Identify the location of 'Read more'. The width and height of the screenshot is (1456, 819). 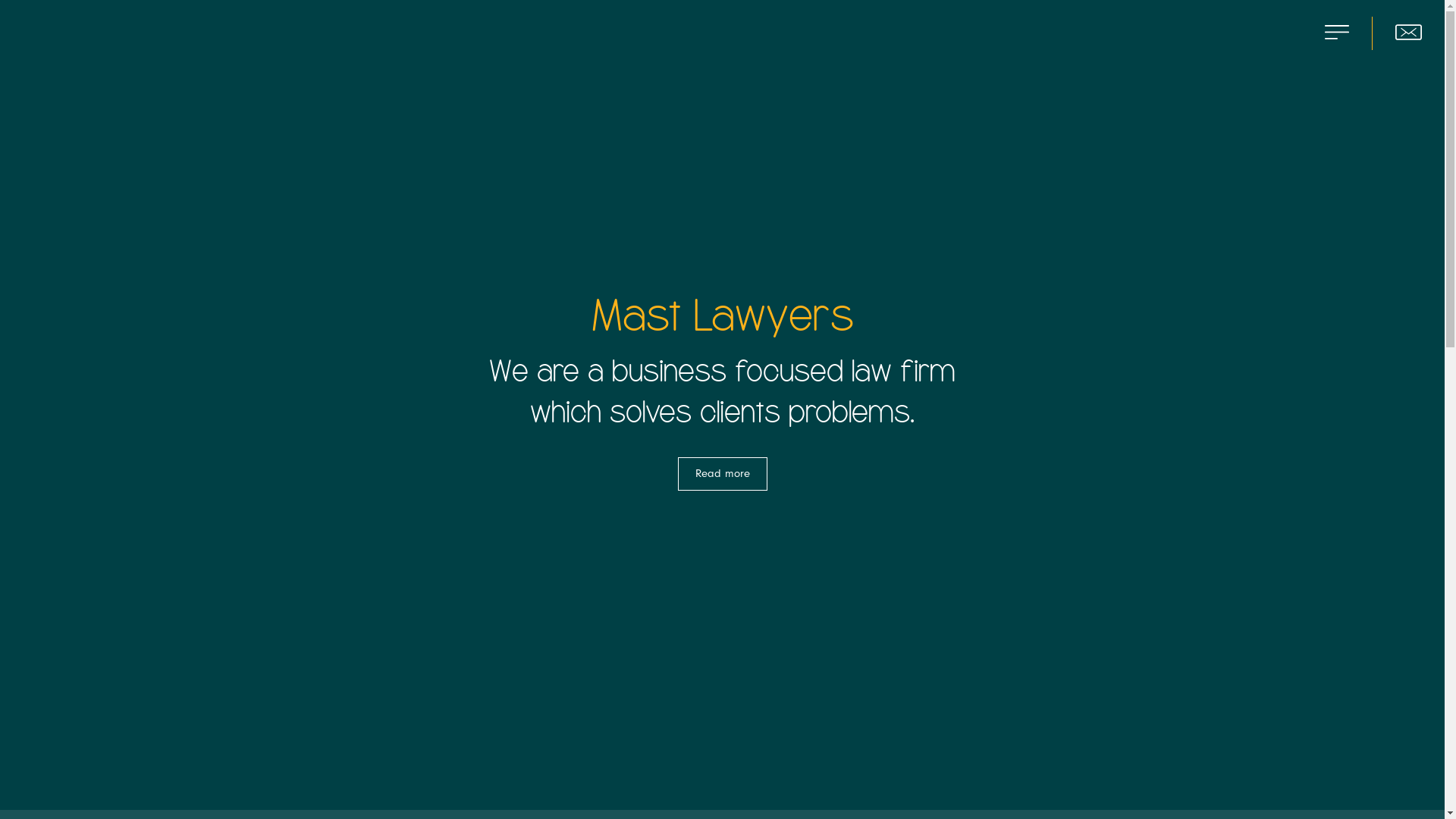
(676, 472).